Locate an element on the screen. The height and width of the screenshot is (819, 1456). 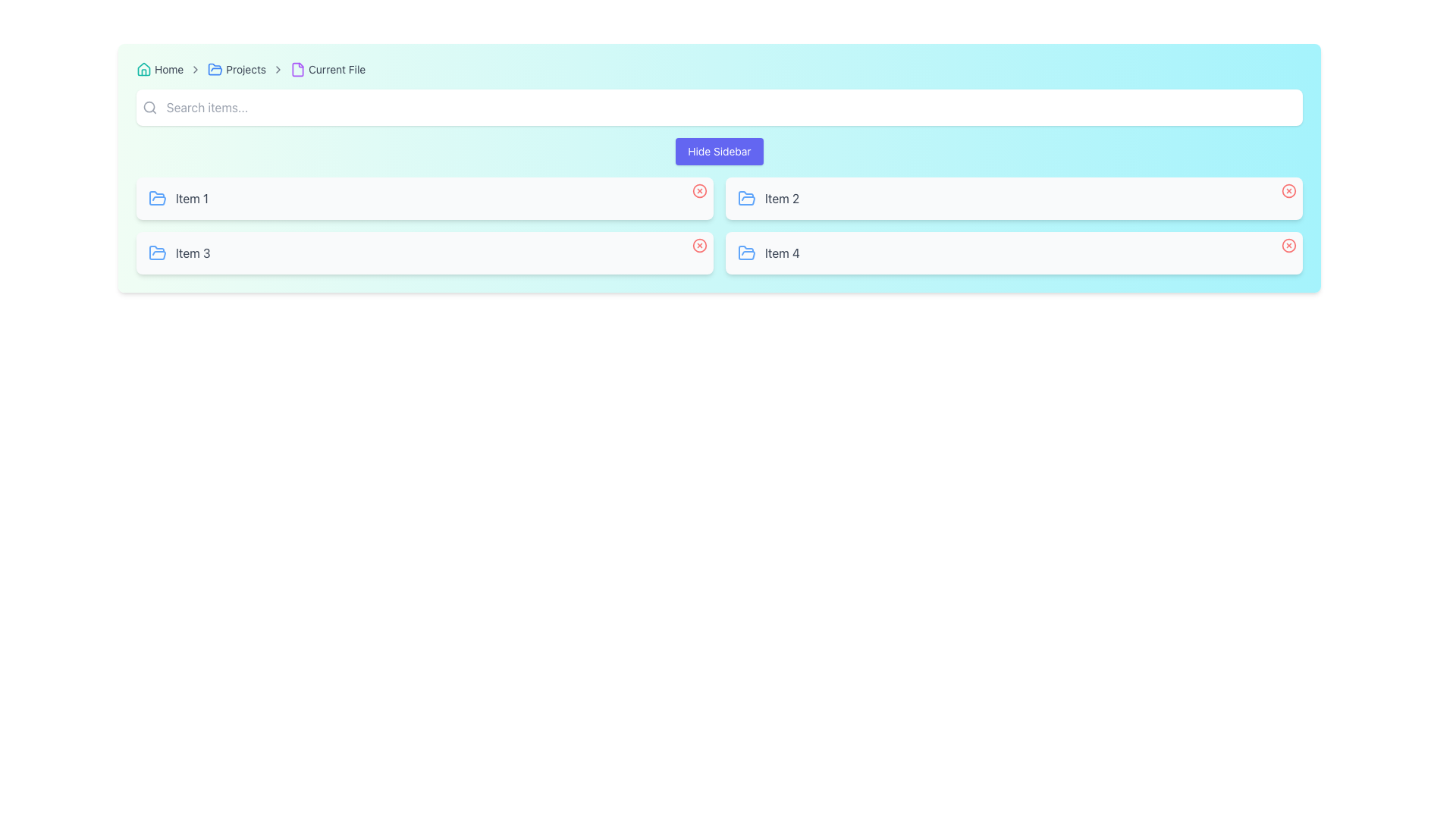
the minimalist light blue folder icon located next to the text 'Item 2' is located at coordinates (746, 198).